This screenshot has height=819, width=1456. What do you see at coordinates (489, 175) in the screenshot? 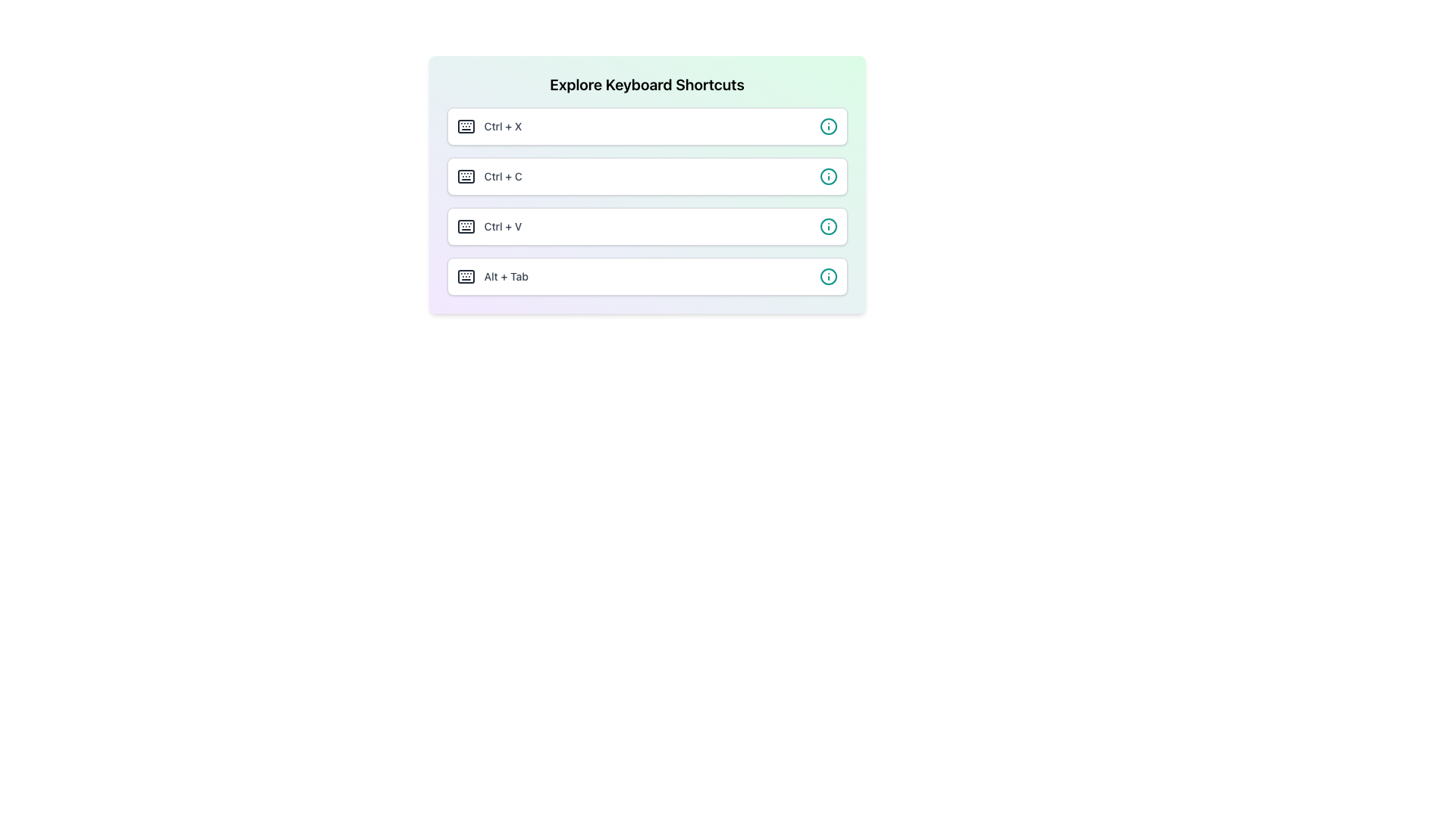
I see `the text element displaying 'Ctrl + C' which is styled in a moderate-sized, dark sans-serif font, located below 'Ctrl + X' and above 'Ctrl + V'` at bounding box center [489, 175].